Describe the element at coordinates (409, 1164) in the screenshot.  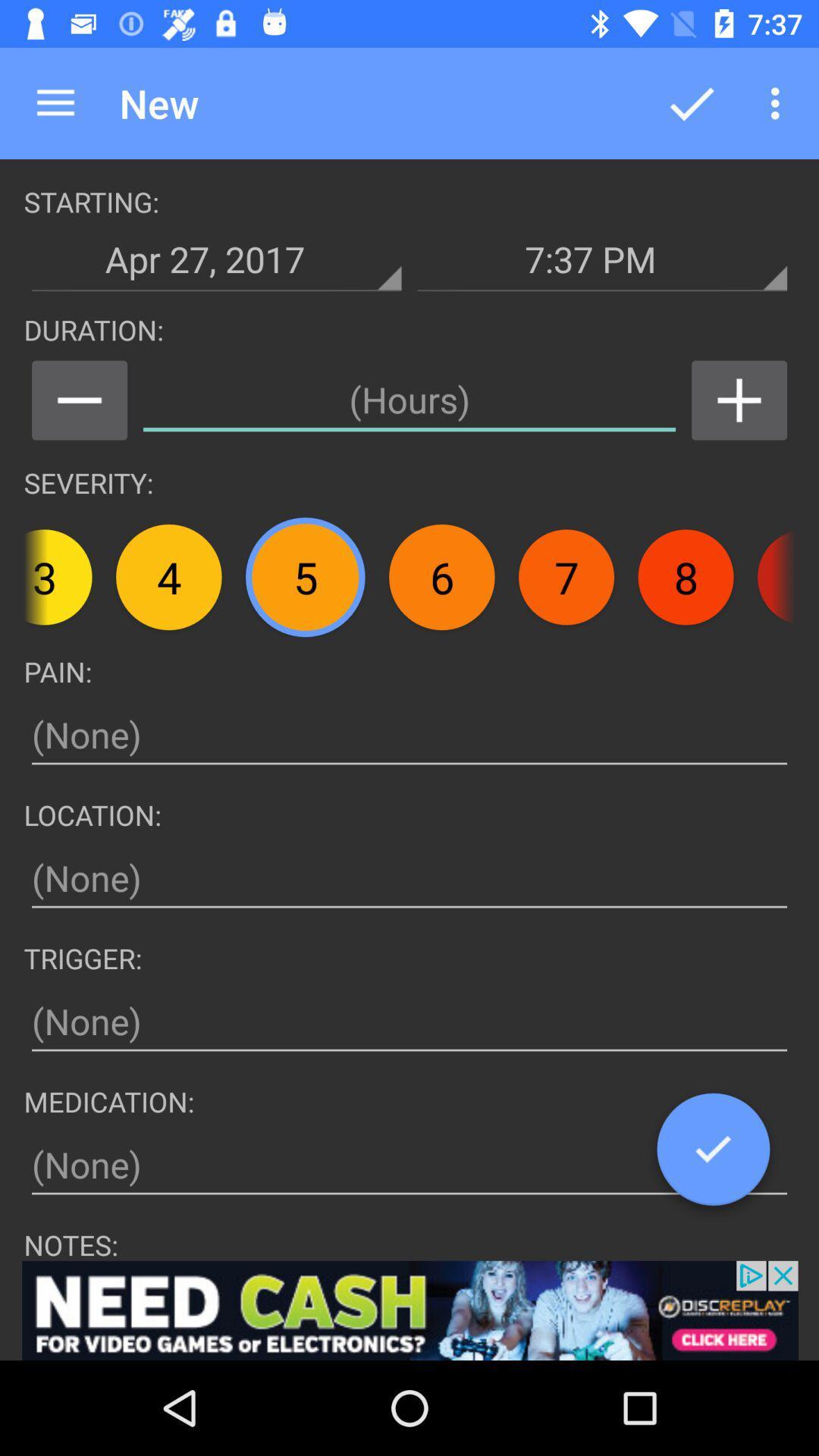
I see `address page` at that location.